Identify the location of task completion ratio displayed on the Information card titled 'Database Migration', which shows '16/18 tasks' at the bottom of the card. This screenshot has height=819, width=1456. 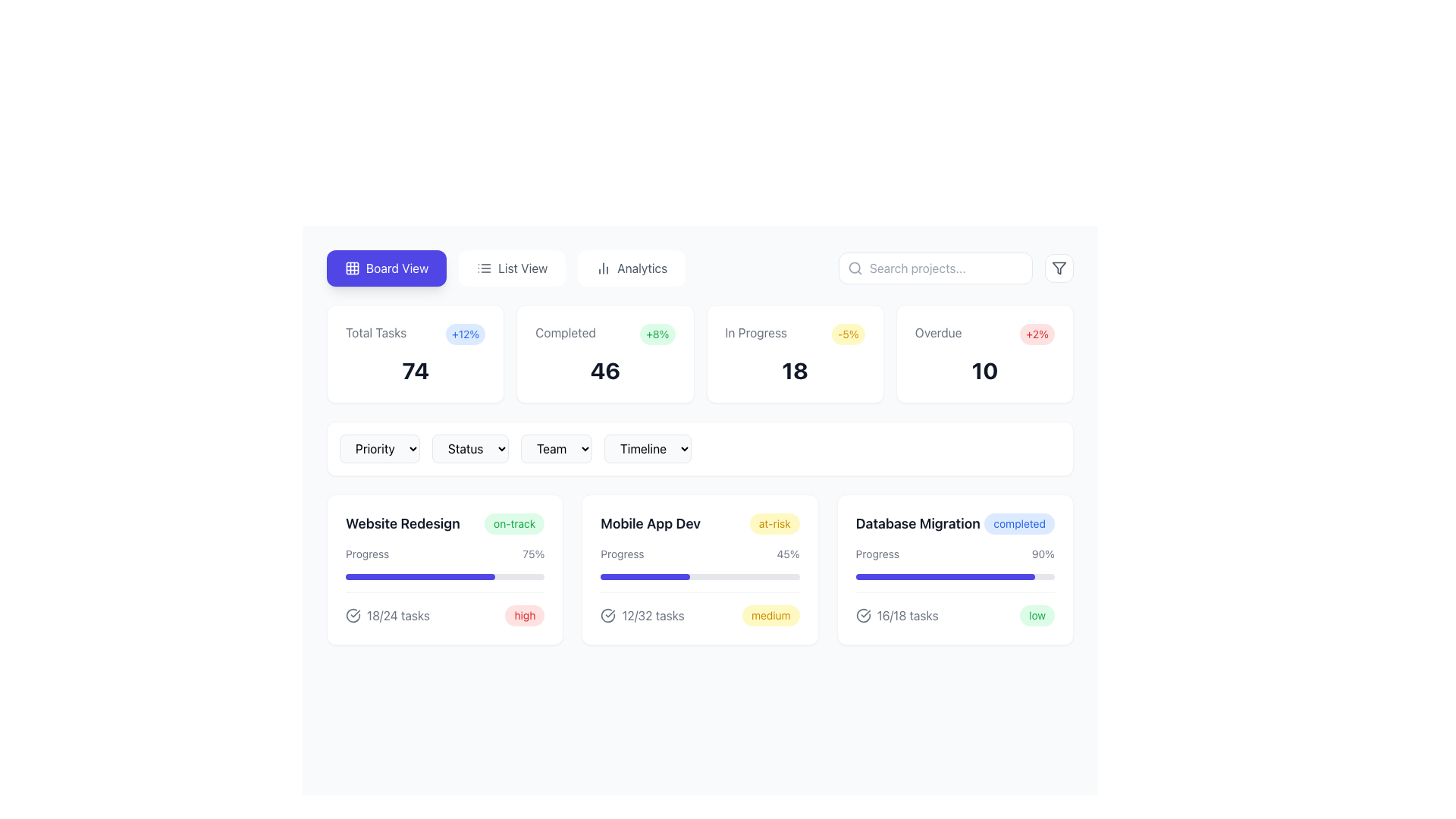
(954, 570).